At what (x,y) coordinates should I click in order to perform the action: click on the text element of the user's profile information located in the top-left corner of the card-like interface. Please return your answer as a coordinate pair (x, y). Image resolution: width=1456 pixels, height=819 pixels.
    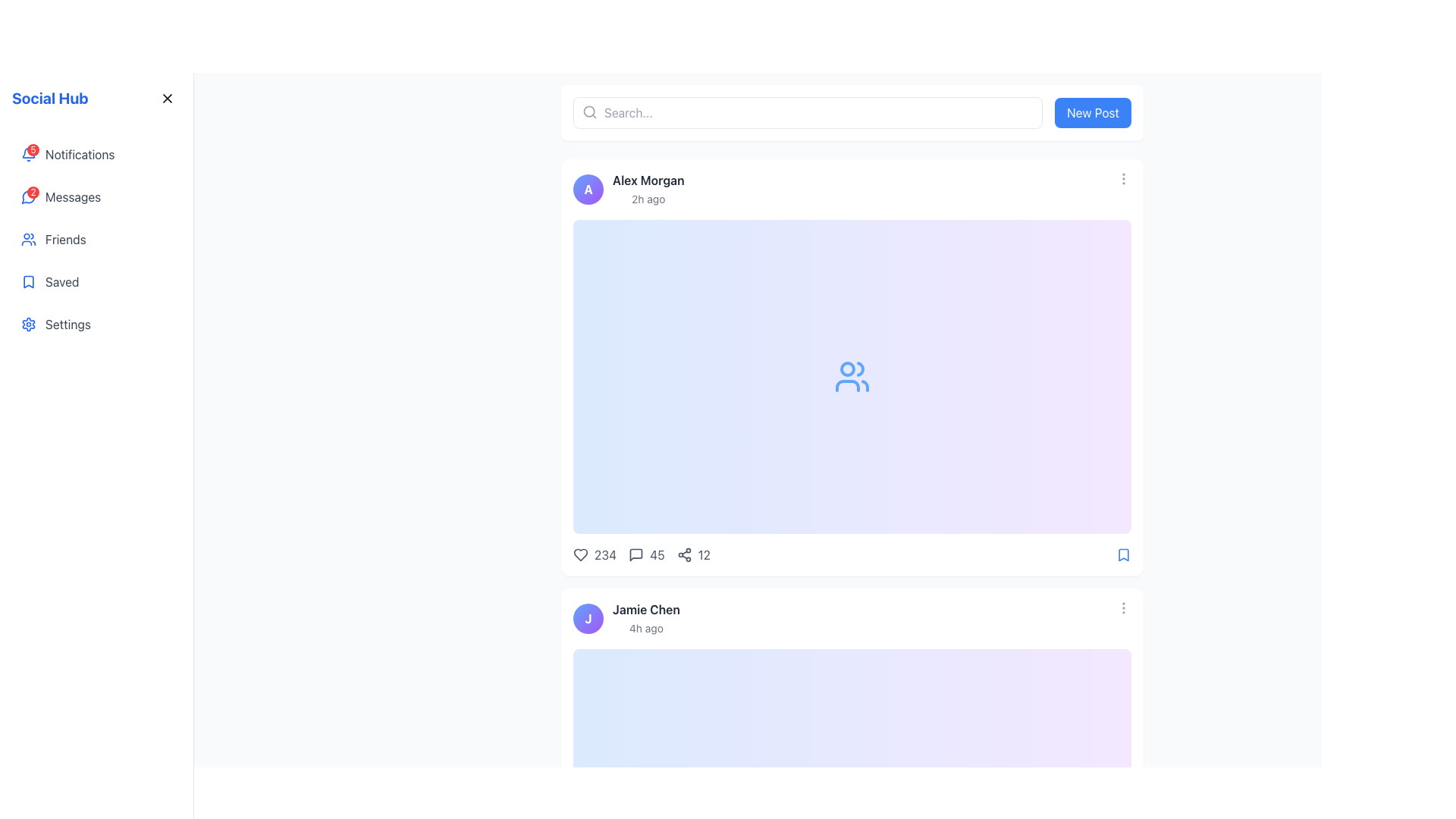
    Looking at the image, I should click on (629, 189).